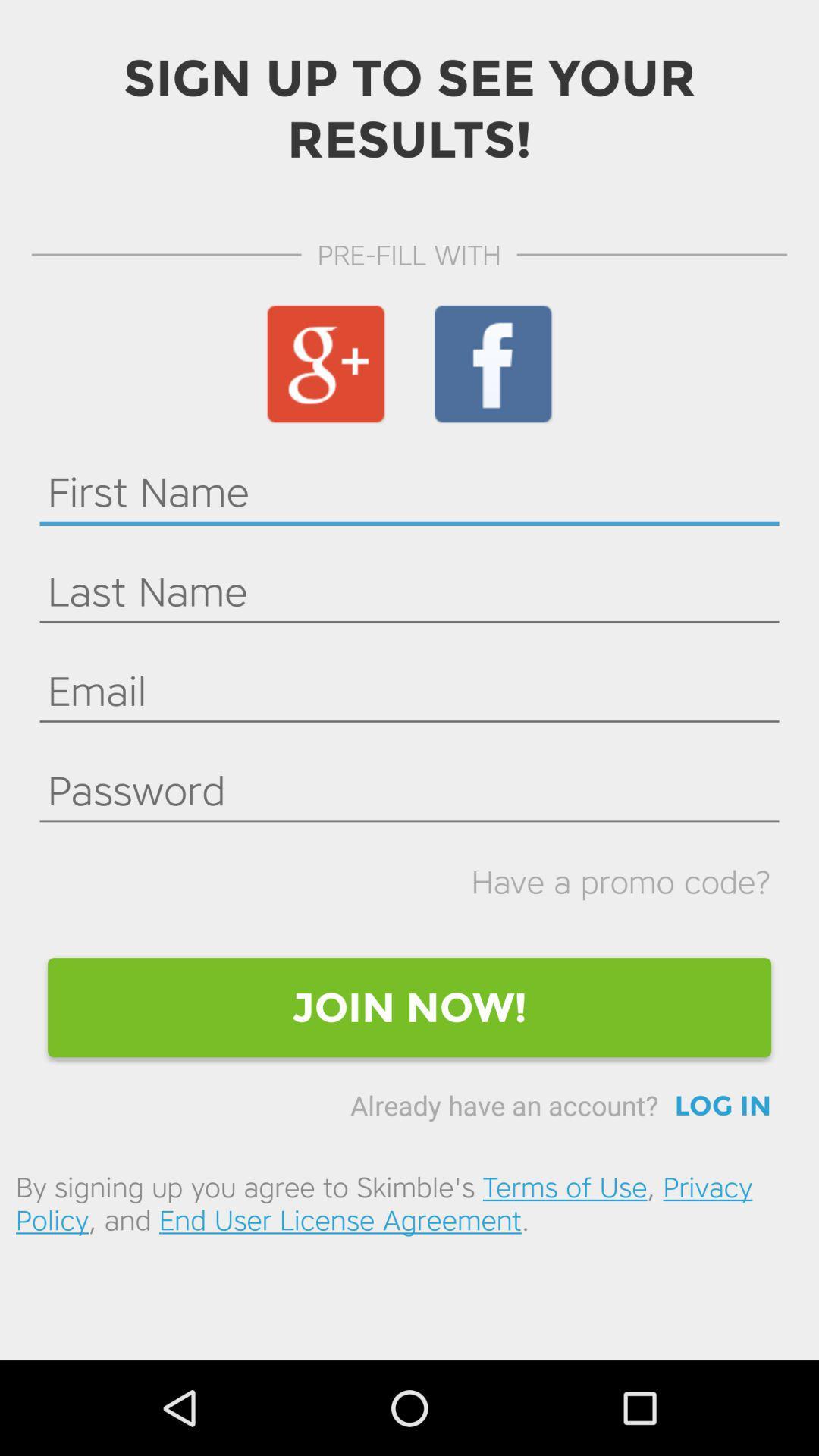 This screenshot has width=819, height=1456. What do you see at coordinates (493, 364) in the screenshot?
I see `the icon below pre-fill with icon` at bounding box center [493, 364].